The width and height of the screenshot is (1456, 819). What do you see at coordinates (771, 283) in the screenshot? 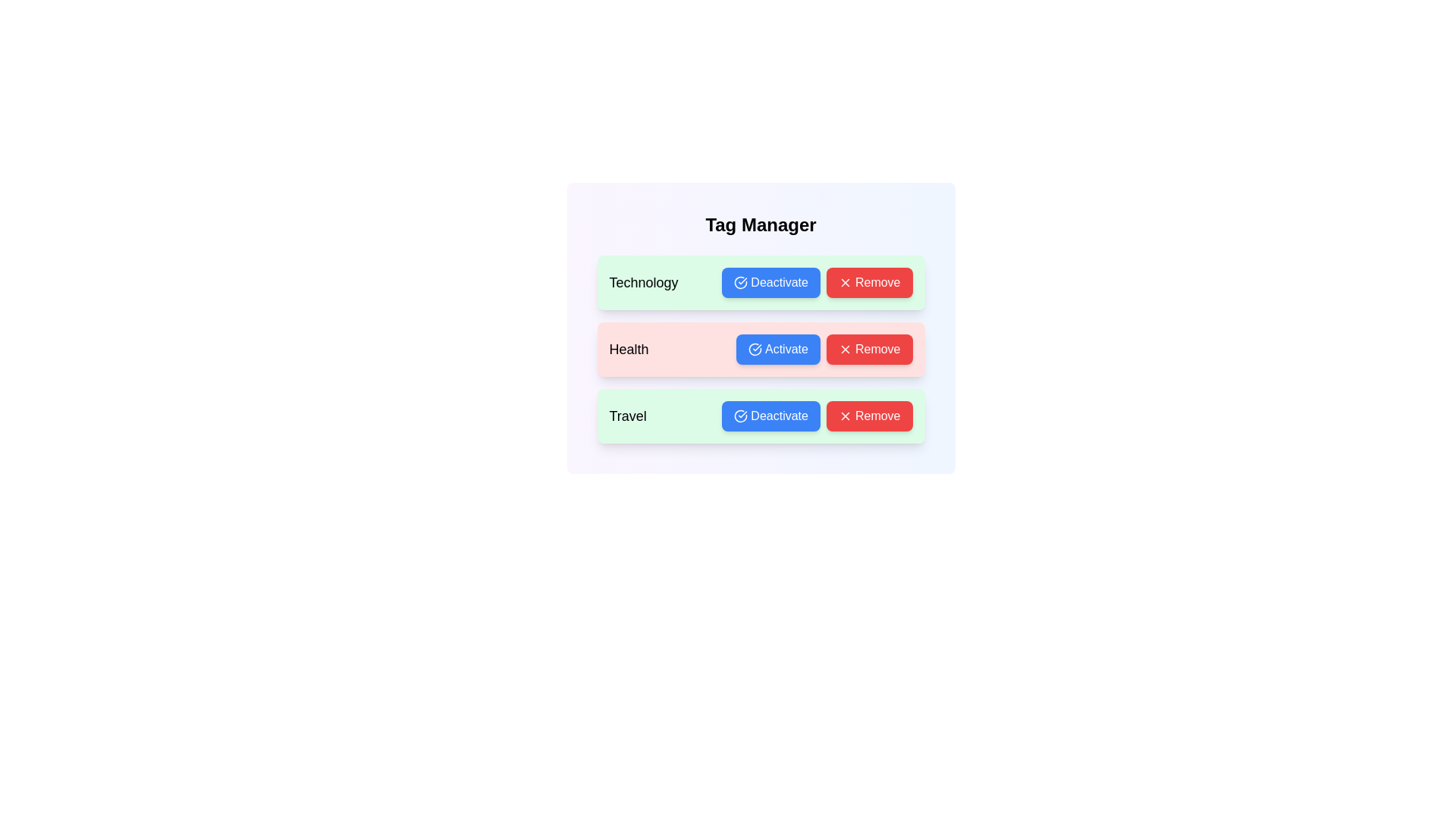
I see `the tag with name Technology` at bounding box center [771, 283].